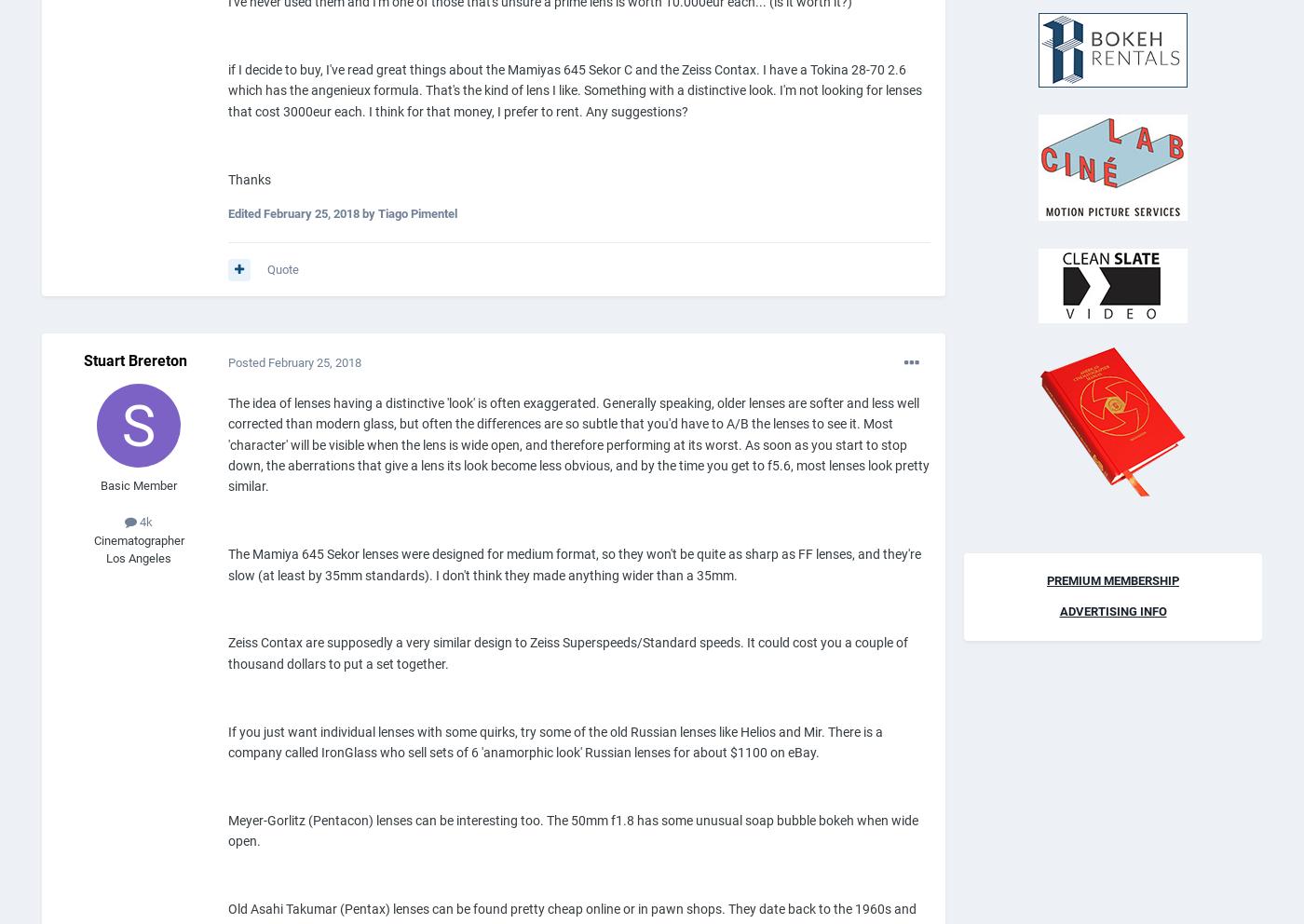 This screenshot has height=924, width=1304. Describe the element at coordinates (248, 361) in the screenshot. I see `'Posted'` at that location.